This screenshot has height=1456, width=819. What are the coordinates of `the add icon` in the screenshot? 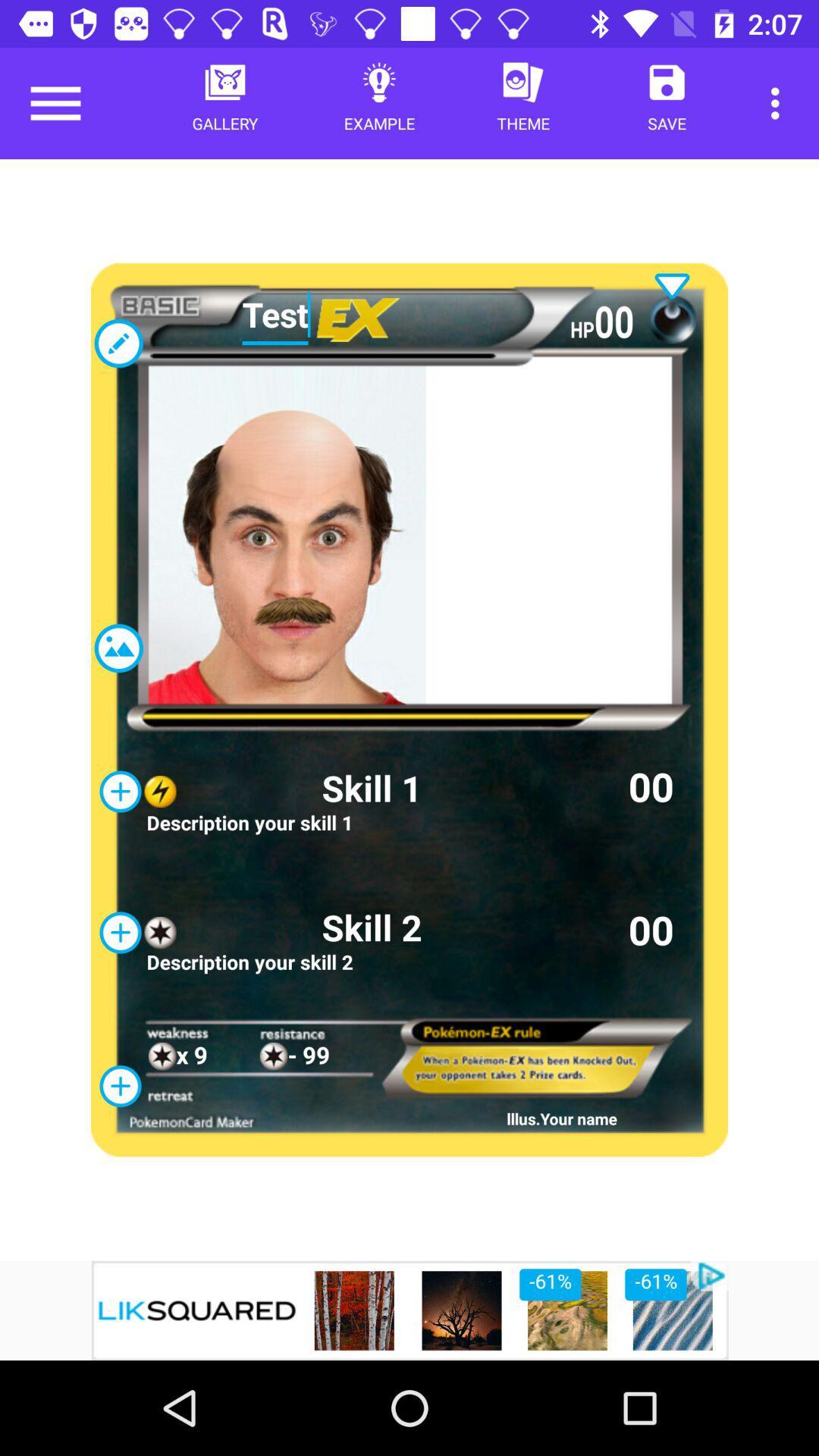 It's located at (119, 931).